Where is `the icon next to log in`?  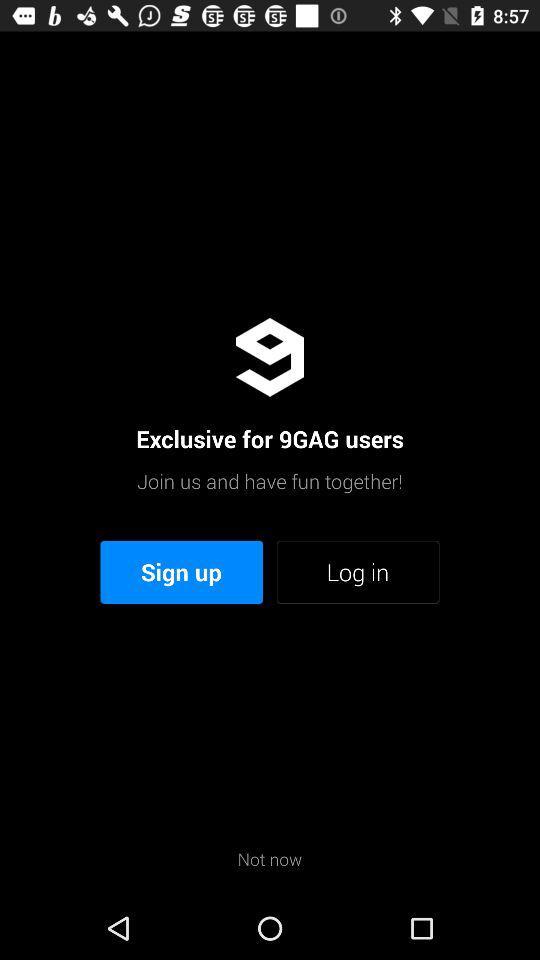 the icon next to log in is located at coordinates (181, 572).